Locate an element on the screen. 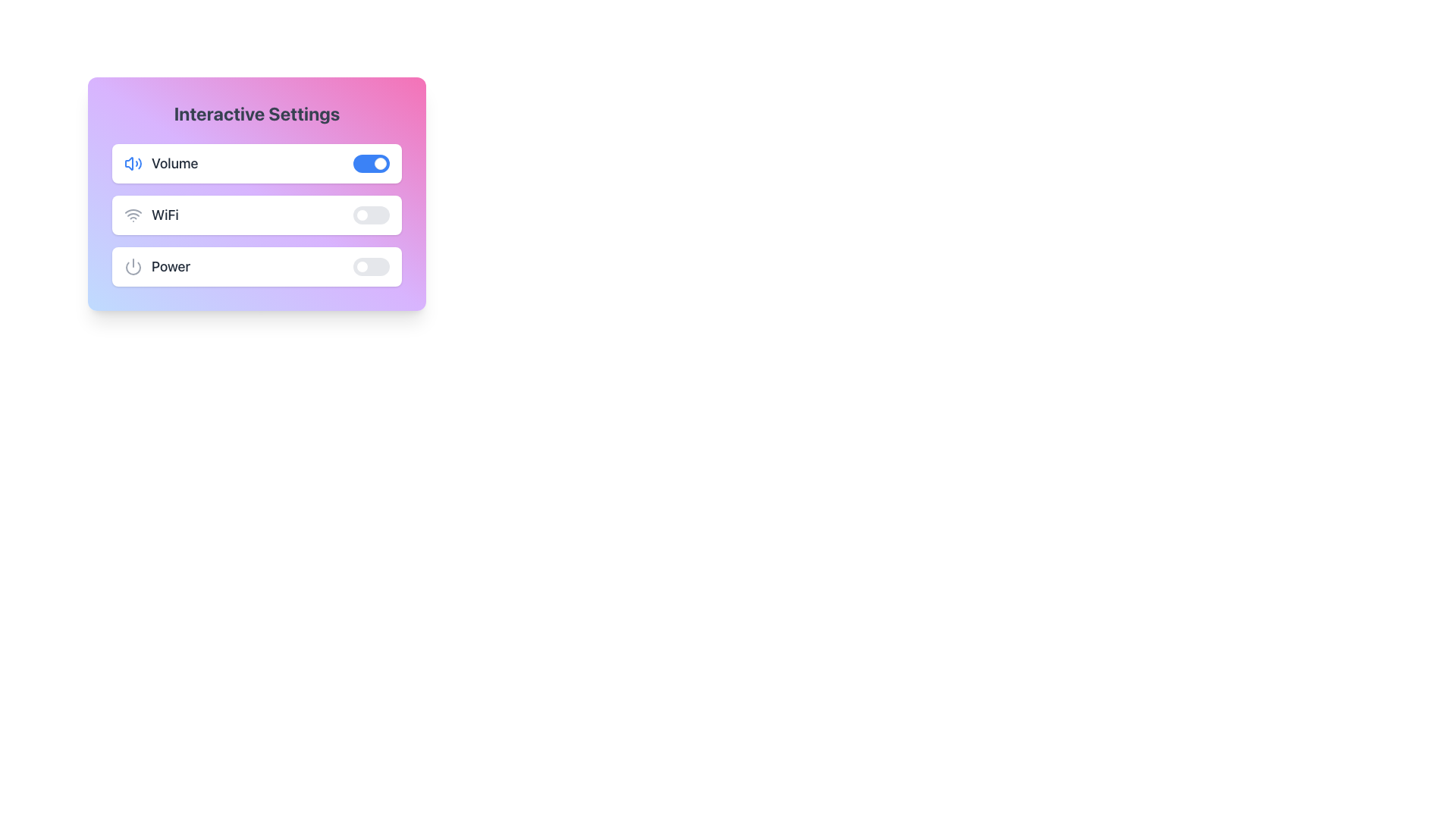 Image resolution: width=1456 pixels, height=819 pixels. the volume control icon located to the left of the 'Volume' label within the 'Interactive Settings' card is located at coordinates (133, 164).